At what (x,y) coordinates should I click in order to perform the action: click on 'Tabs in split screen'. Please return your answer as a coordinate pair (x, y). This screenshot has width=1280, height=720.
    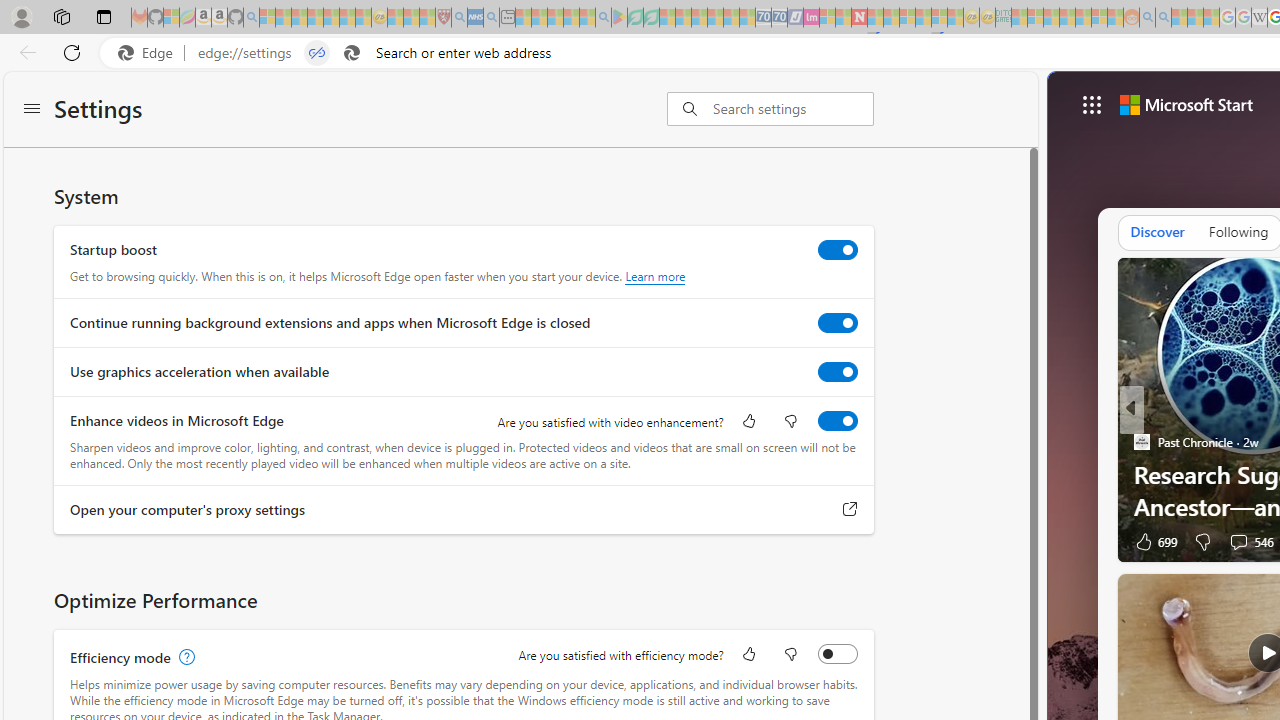
    Looking at the image, I should click on (316, 52).